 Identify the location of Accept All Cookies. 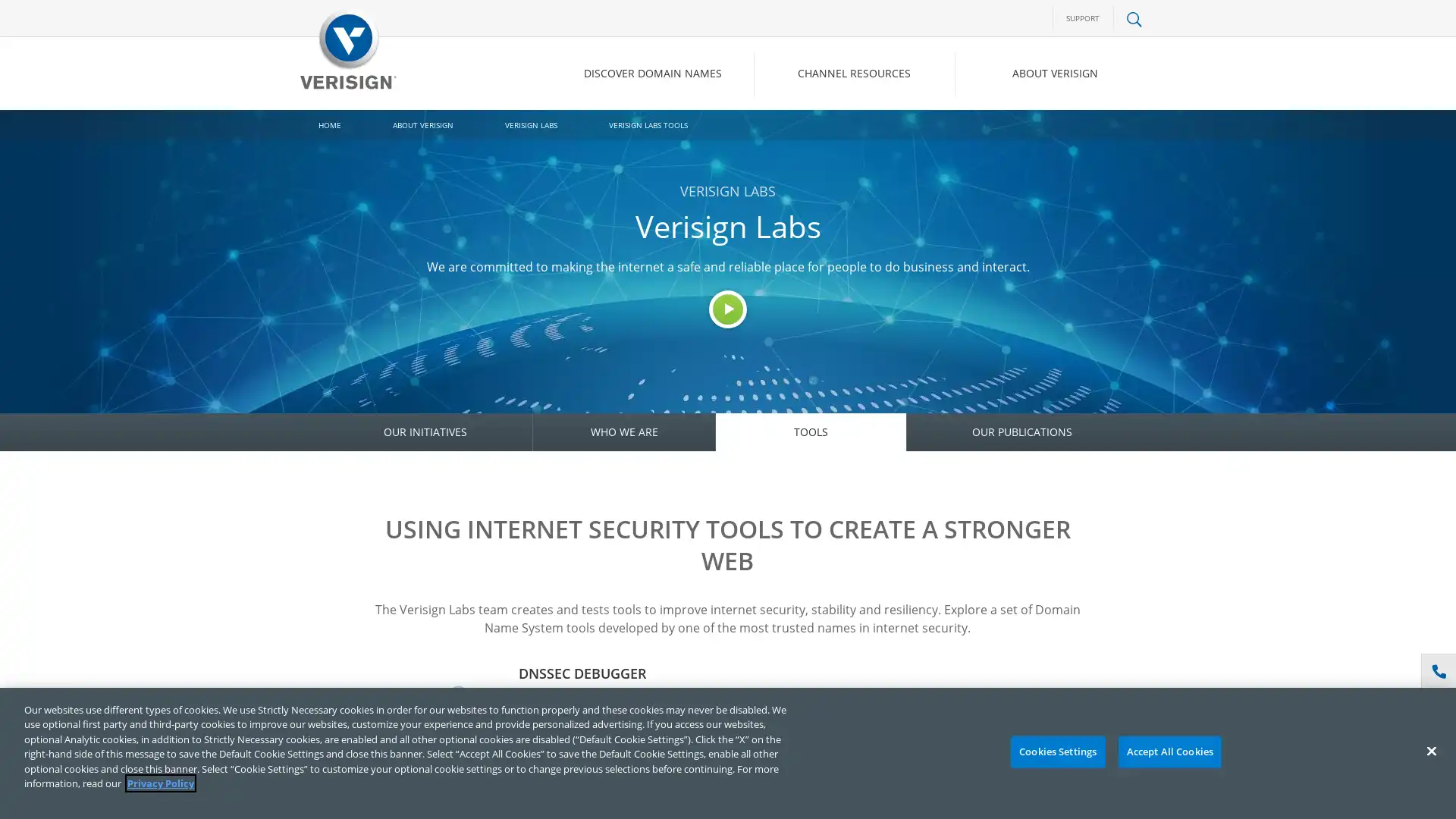
(1169, 752).